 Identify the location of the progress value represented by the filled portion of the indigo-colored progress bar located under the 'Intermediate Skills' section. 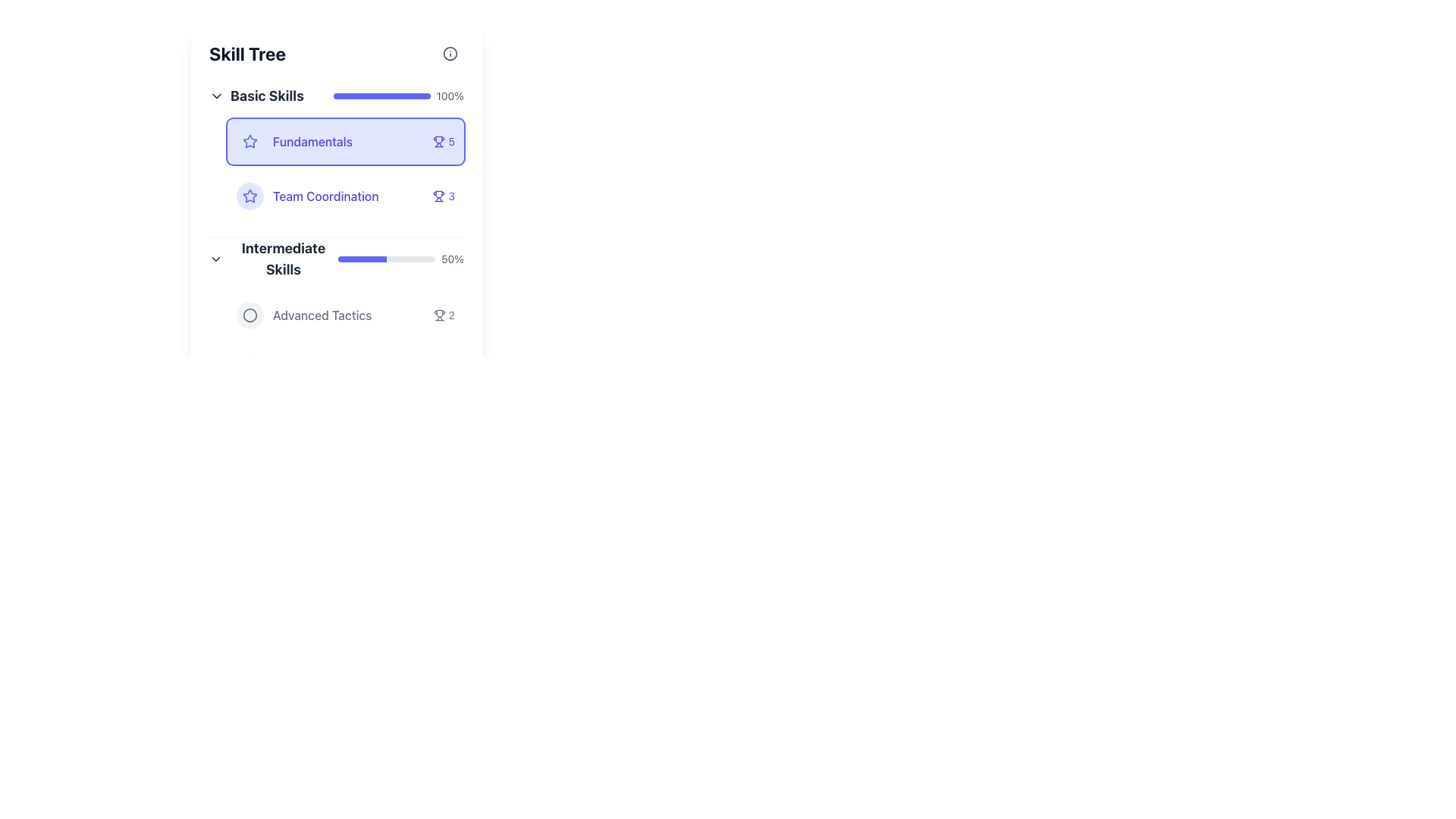
(362, 259).